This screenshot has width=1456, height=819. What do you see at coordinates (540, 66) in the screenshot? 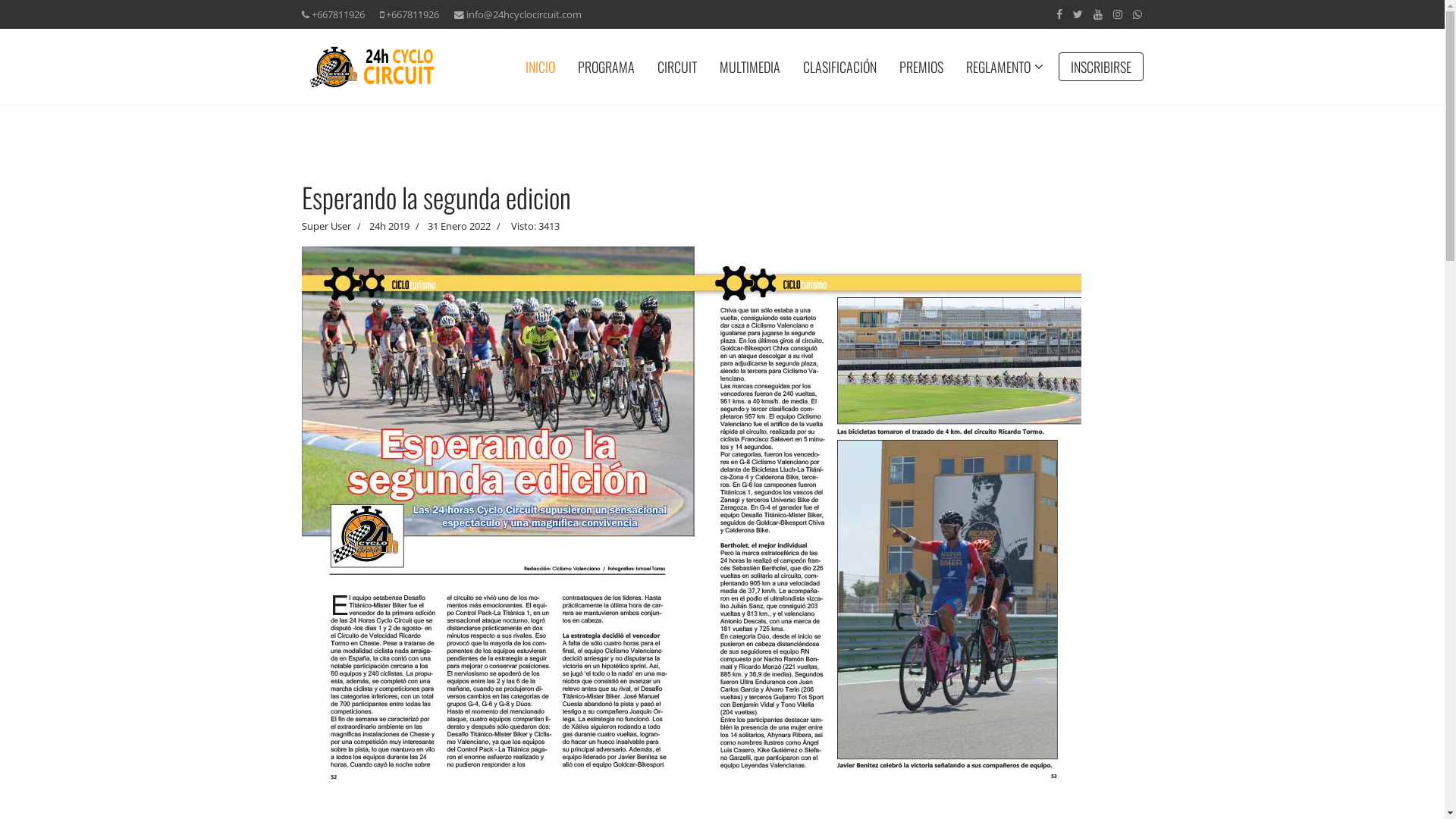
I see `'INICIO'` at bounding box center [540, 66].